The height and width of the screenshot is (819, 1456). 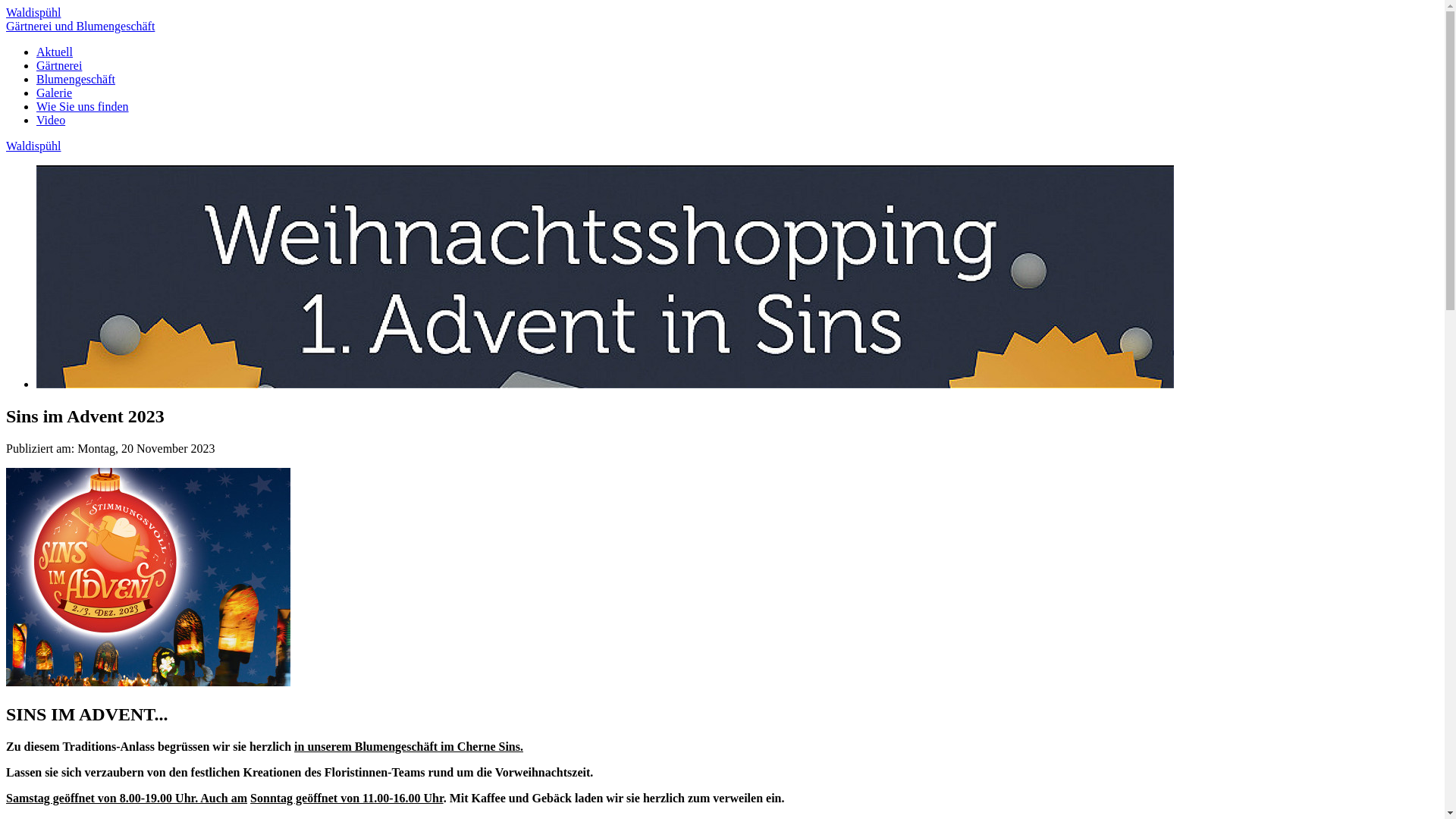 I want to click on 'Galerie', so click(x=36, y=93).